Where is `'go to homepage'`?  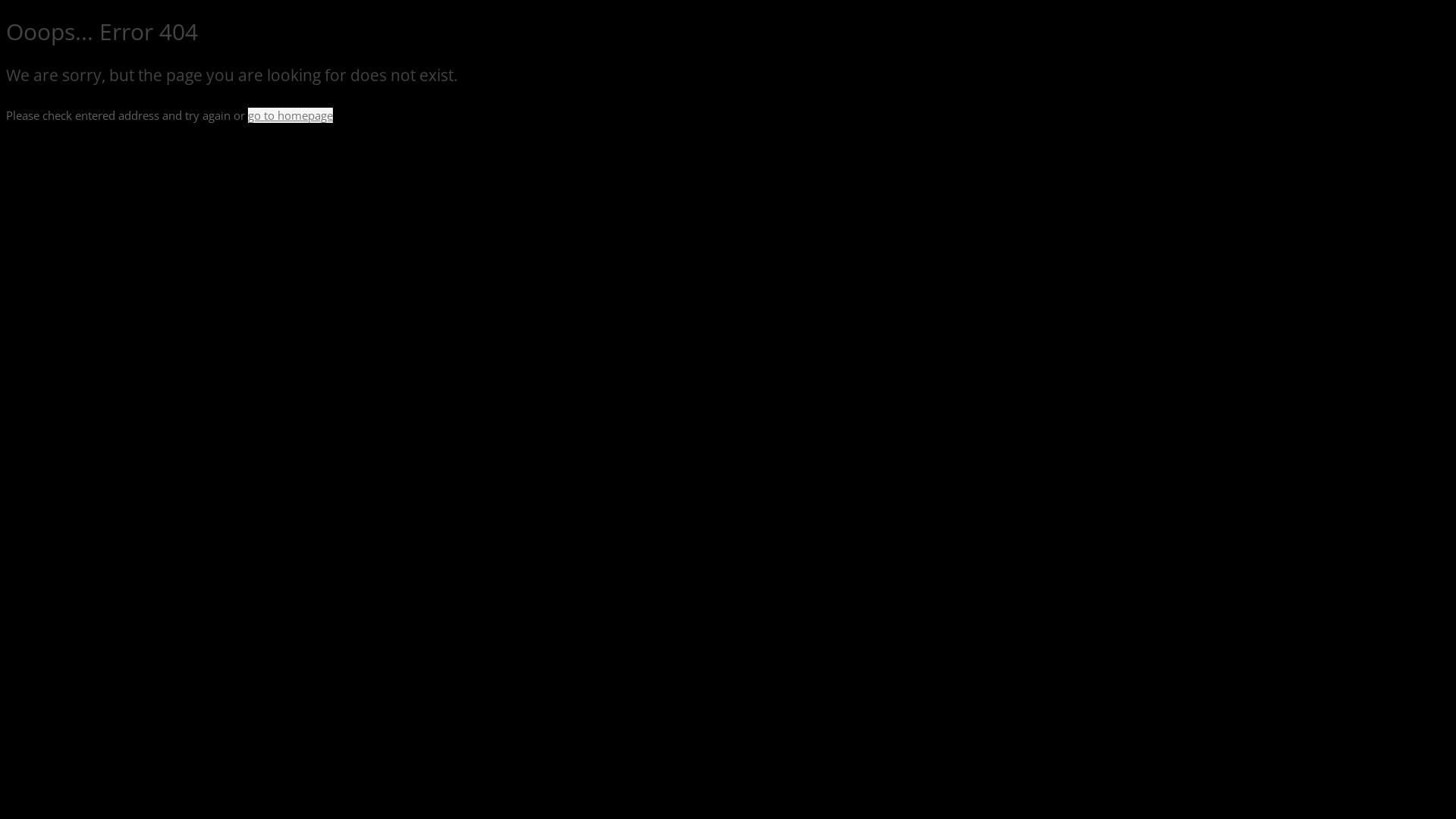 'go to homepage' is located at coordinates (290, 114).